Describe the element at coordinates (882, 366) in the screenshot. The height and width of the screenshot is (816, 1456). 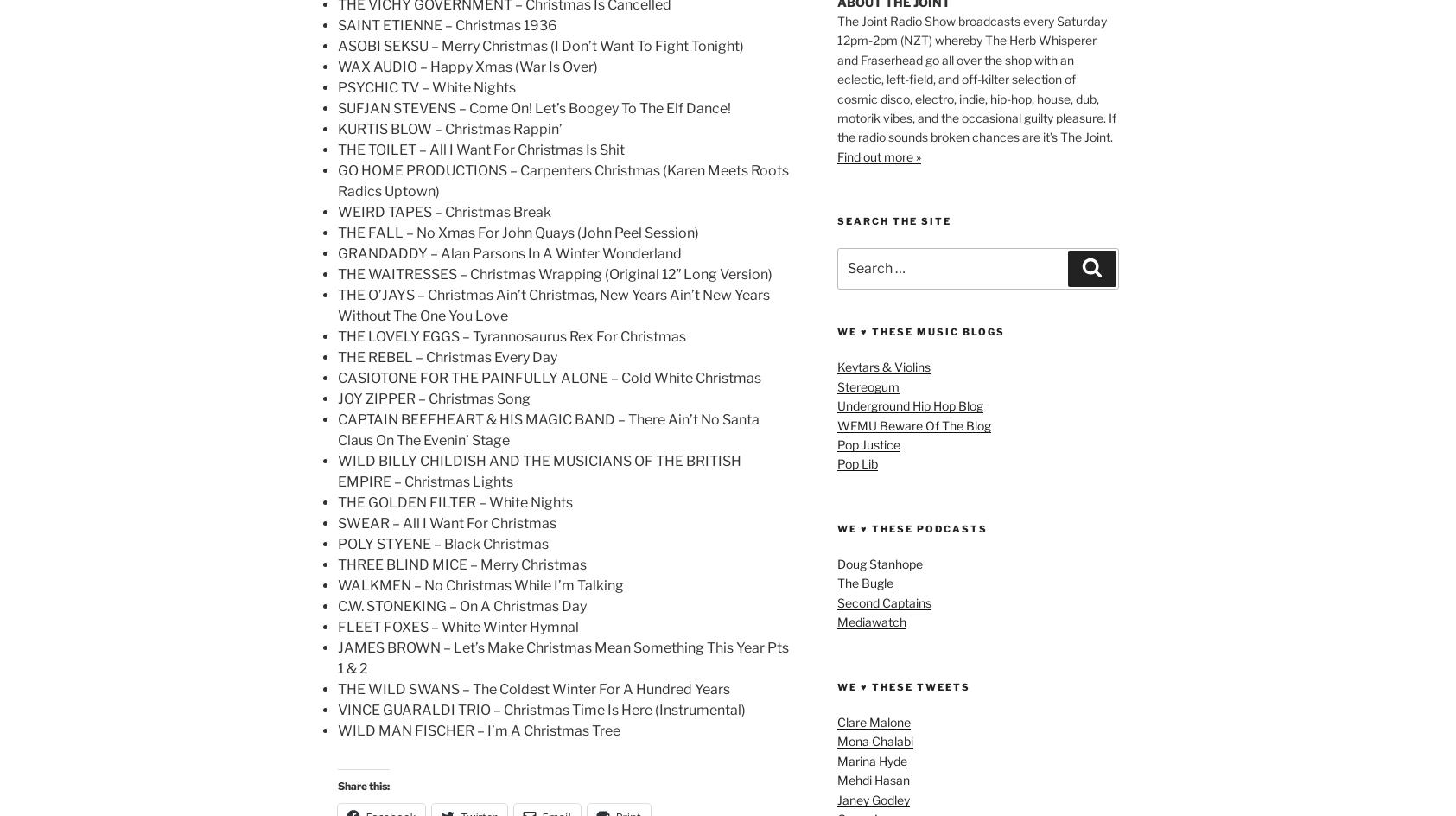
I see `'Keytars & Violins'` at that location.